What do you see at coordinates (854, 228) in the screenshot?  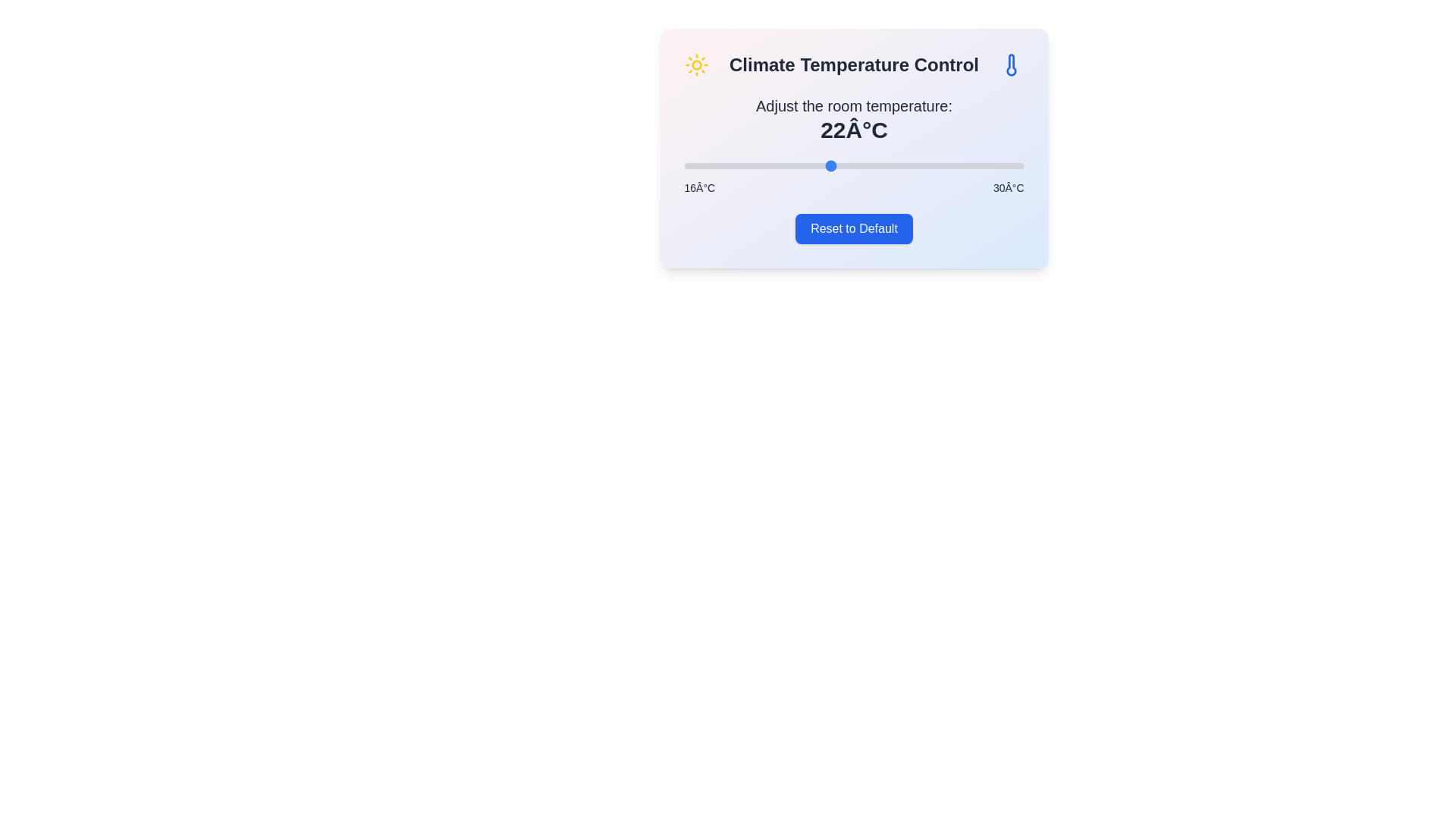 I see `'Reset to Default' button to reset the temperature` at bounding box center [854, 228].